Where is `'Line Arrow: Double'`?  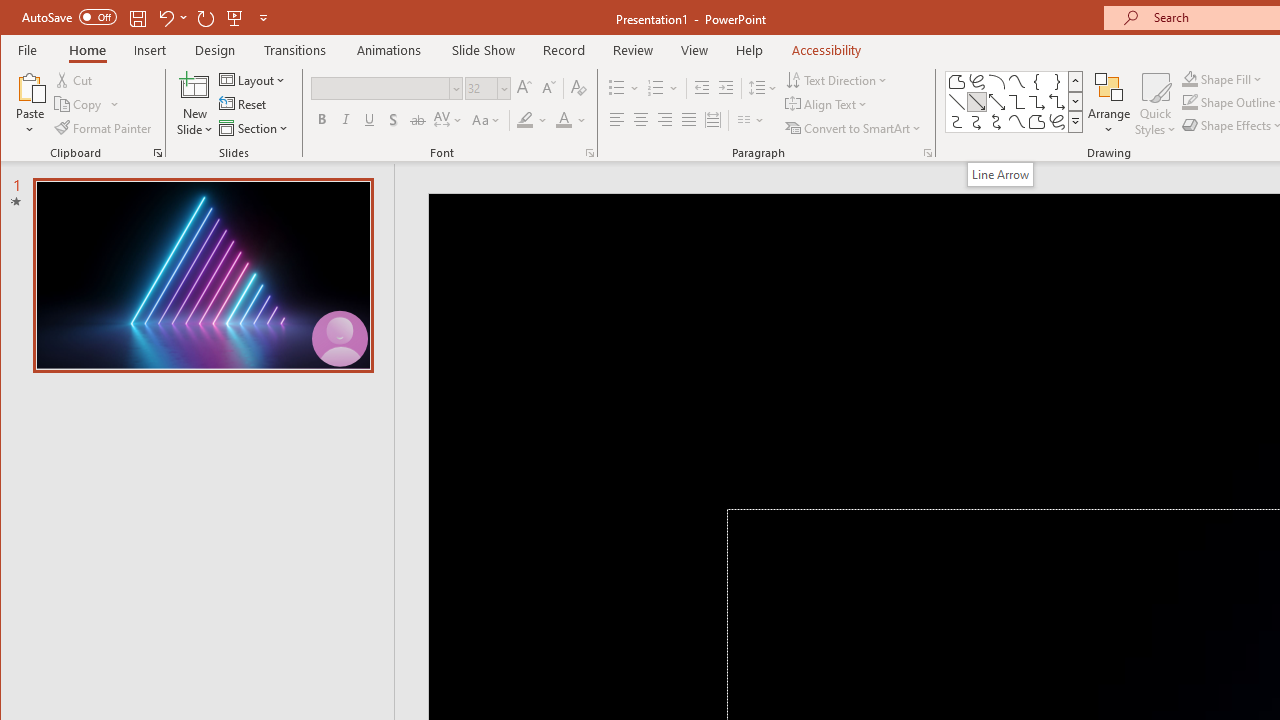 'Line Arrow: Double' is located at coordinates (997, 102).